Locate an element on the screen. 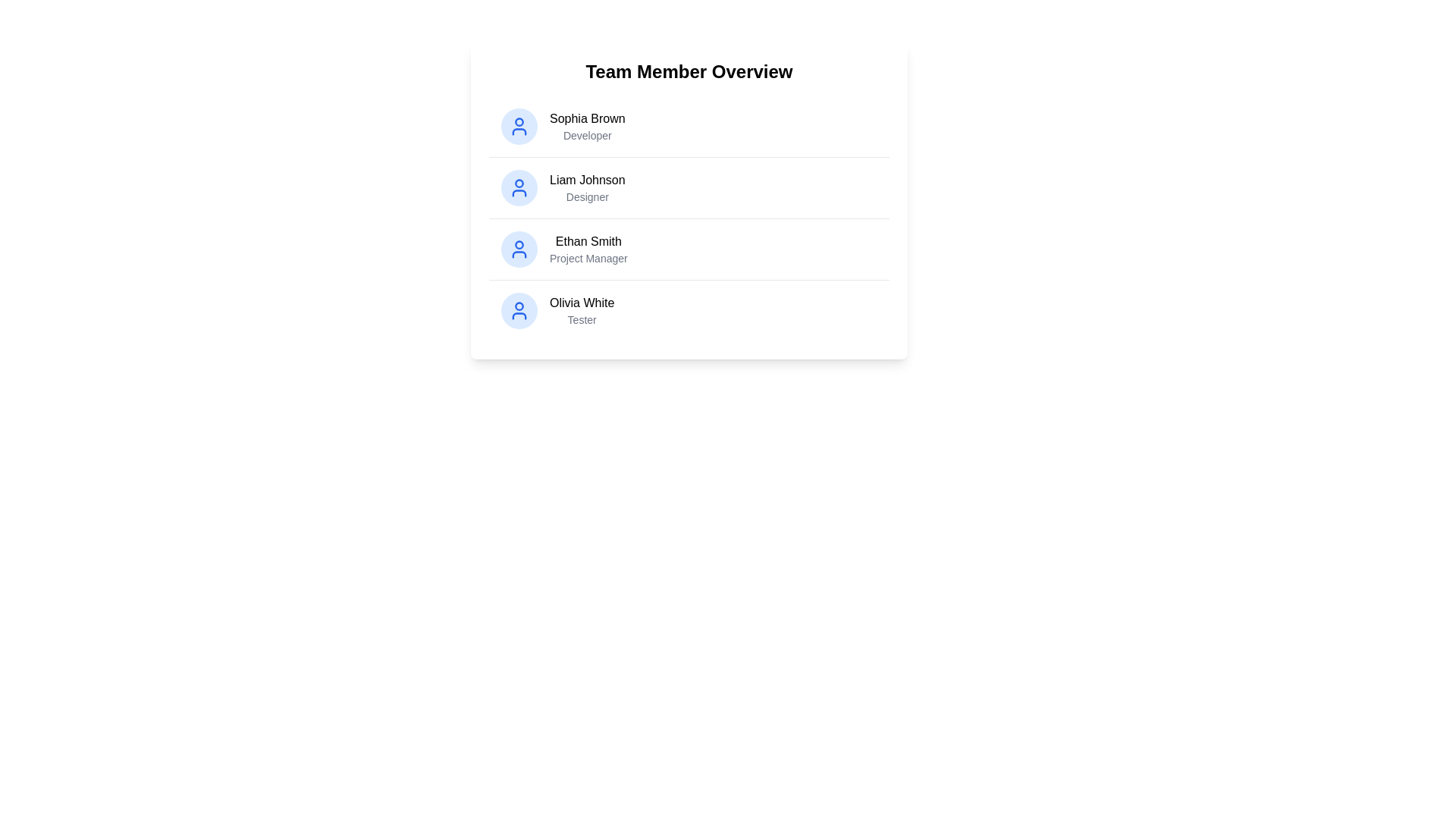 This screenshot has height=819, width=1456. the user icon representing Ethan Smith, located in a circular badge next to his name and title is located at coordinates (519, 248).